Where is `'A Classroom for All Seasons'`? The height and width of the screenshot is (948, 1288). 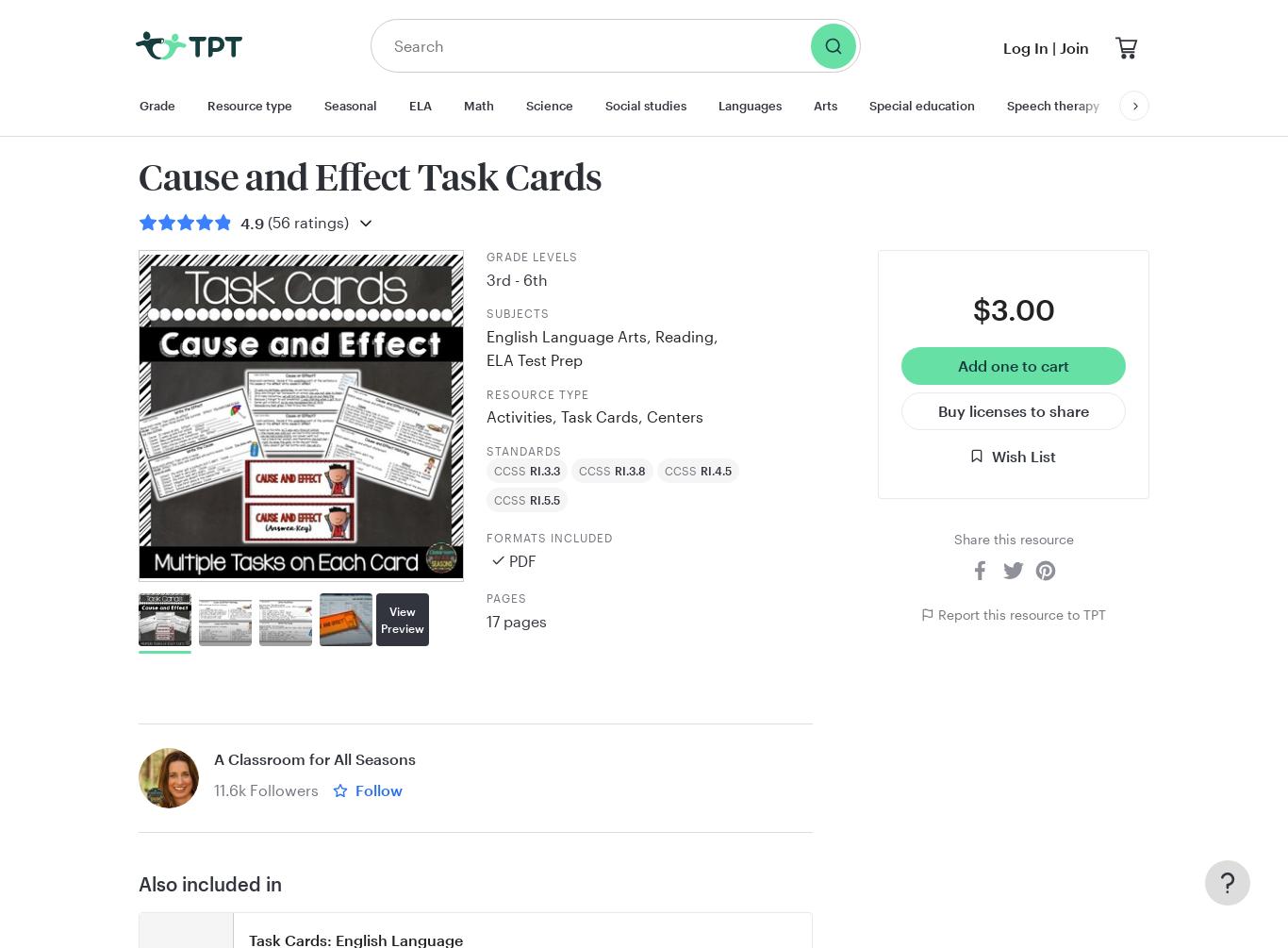 'A Classroom for All Seasons' is located at coordinates (314, 758).